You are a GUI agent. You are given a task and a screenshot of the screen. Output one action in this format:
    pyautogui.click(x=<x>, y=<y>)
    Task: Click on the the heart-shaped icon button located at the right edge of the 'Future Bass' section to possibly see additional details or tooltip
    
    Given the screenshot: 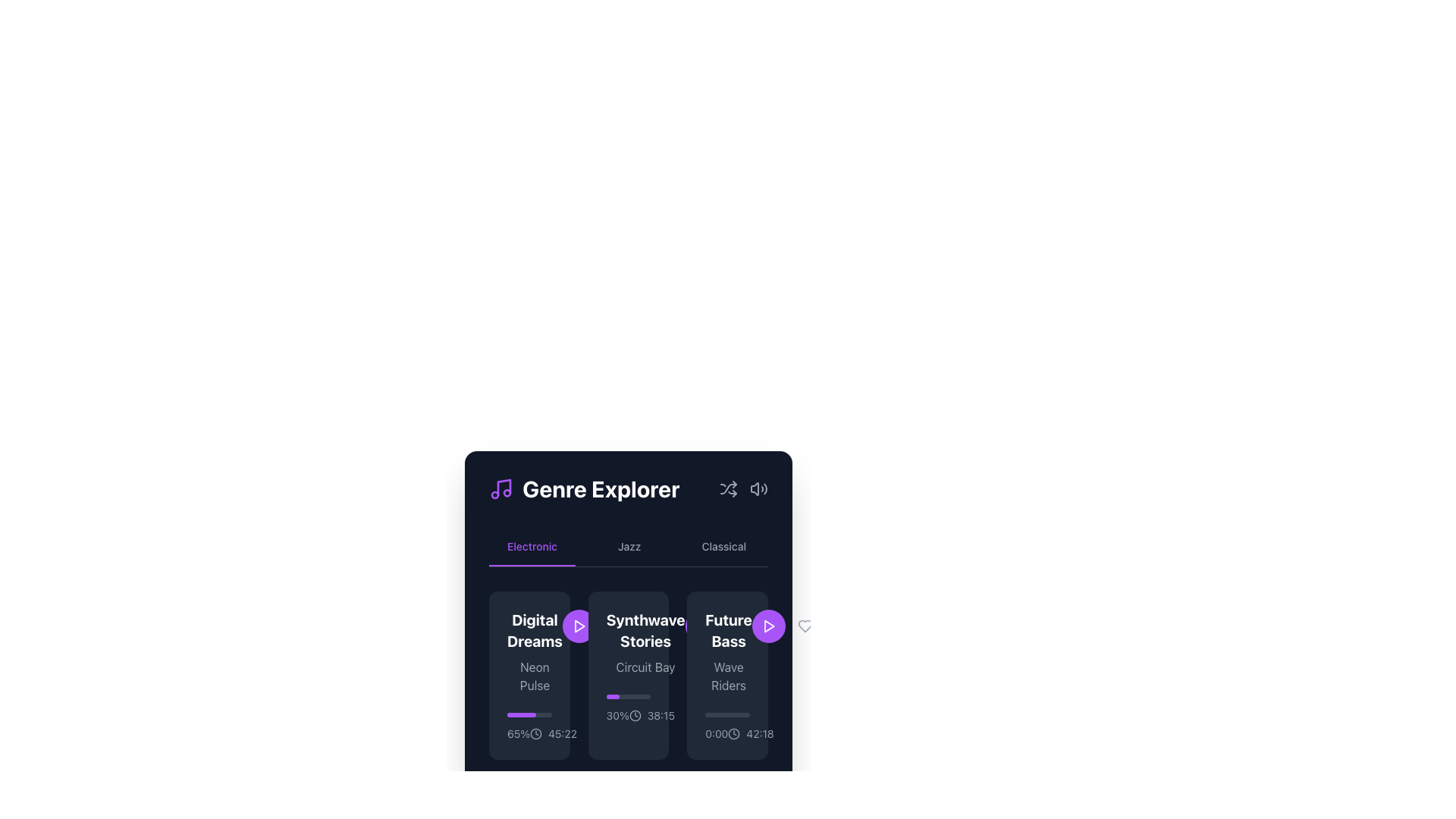 What is the action you would take?
    pyautogui.click(x=738, y=626)
    